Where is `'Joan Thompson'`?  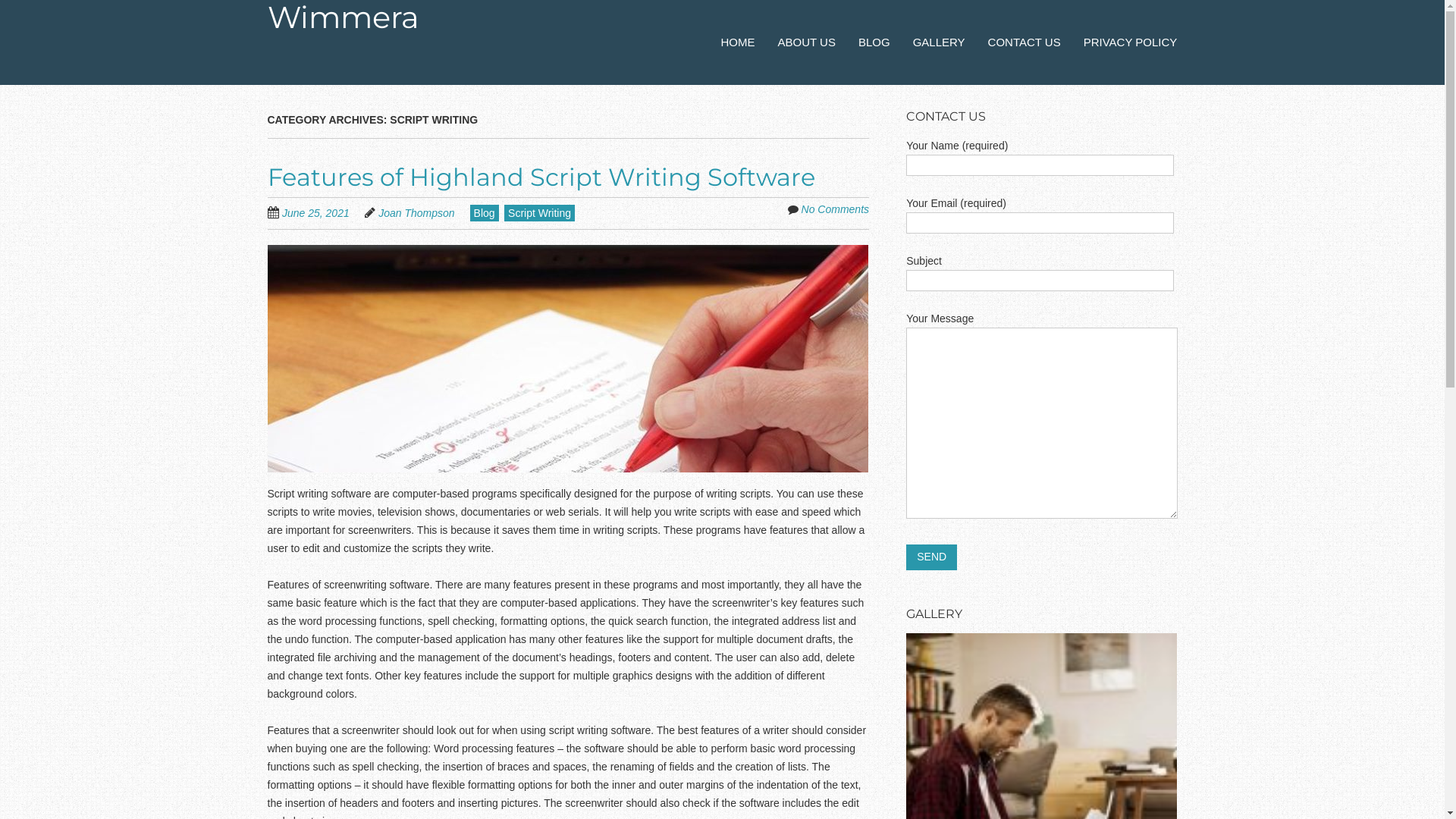
'Joan Thompson' is located at coordinates (416, 213).